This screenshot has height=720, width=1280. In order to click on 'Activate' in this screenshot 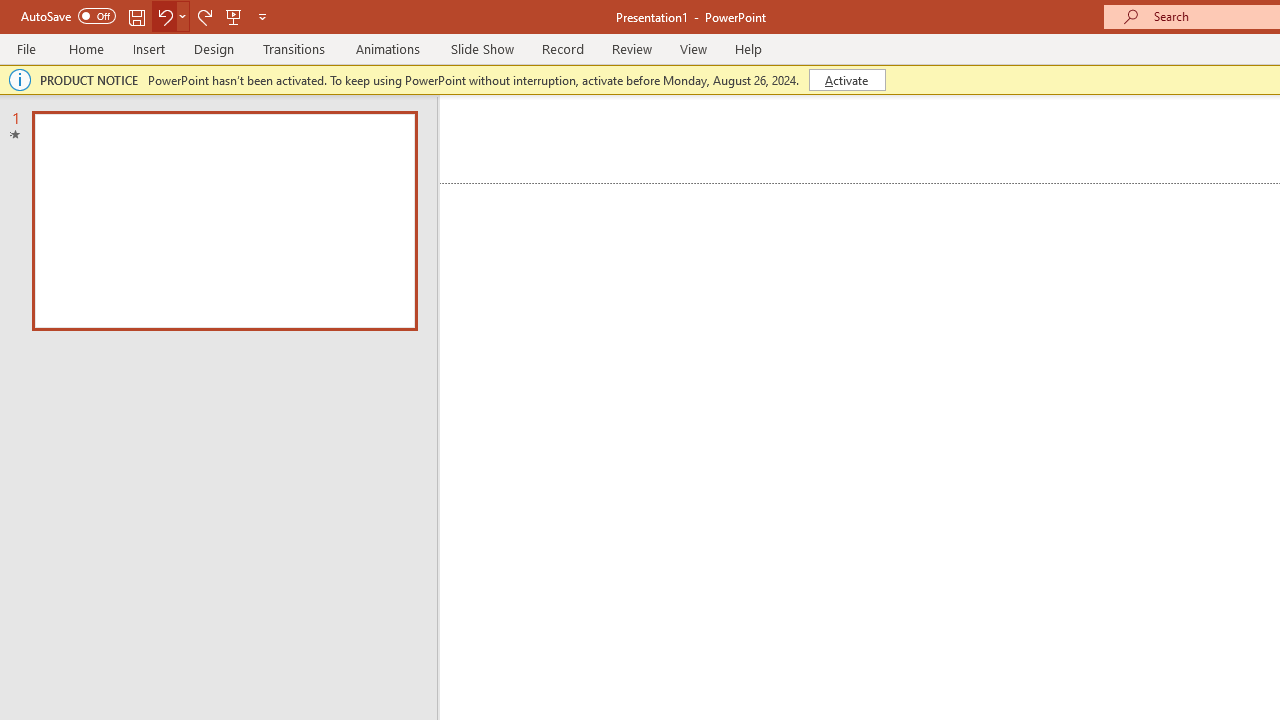, I will do `click(847, 78)`.